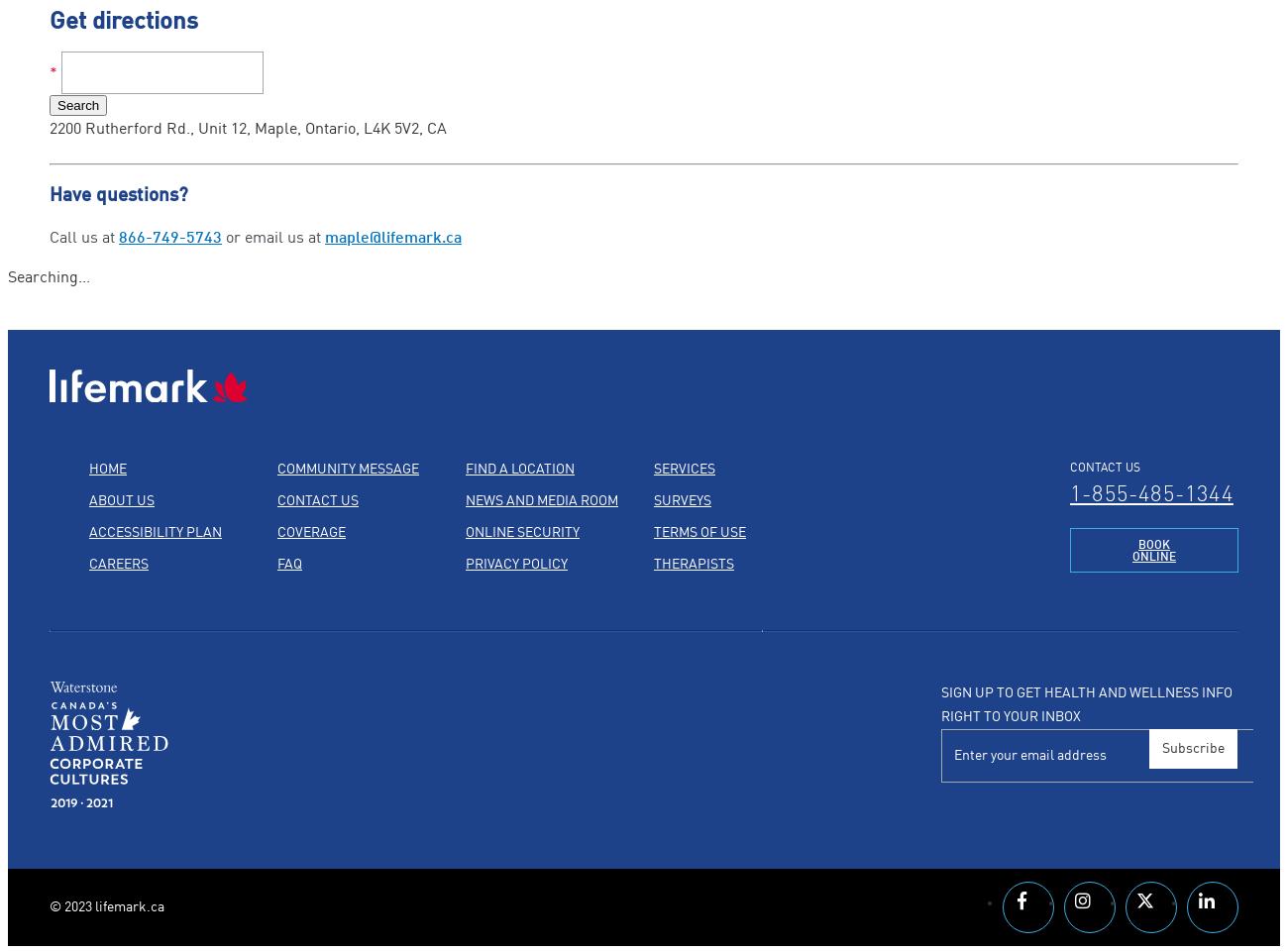 This screenshot has width=1288, height=951. Describe the element at coordinates (247, 129) in the screenshot. I see `'2200 Rutherford Rd., Unit 12, Maple, Ontario, L4K 5V2, CA'` at that location.